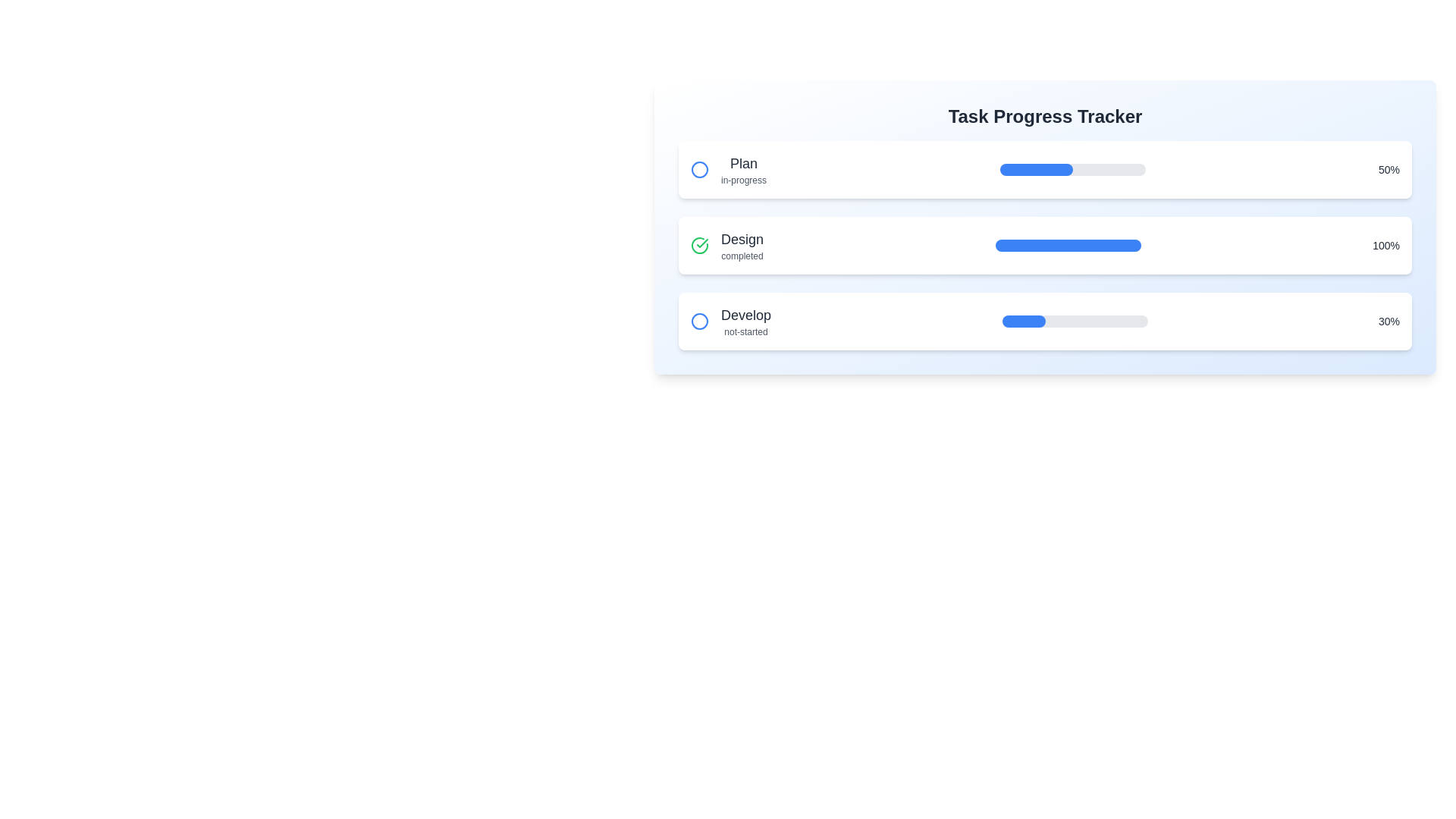 The width and height of the screenshot is (1456, 819). Describe the element at coordinates (701, 242) in the screenshot. I see `the green checkmark icon that indicates a completed status, located next to the 'Design' task in the task list` at that location.